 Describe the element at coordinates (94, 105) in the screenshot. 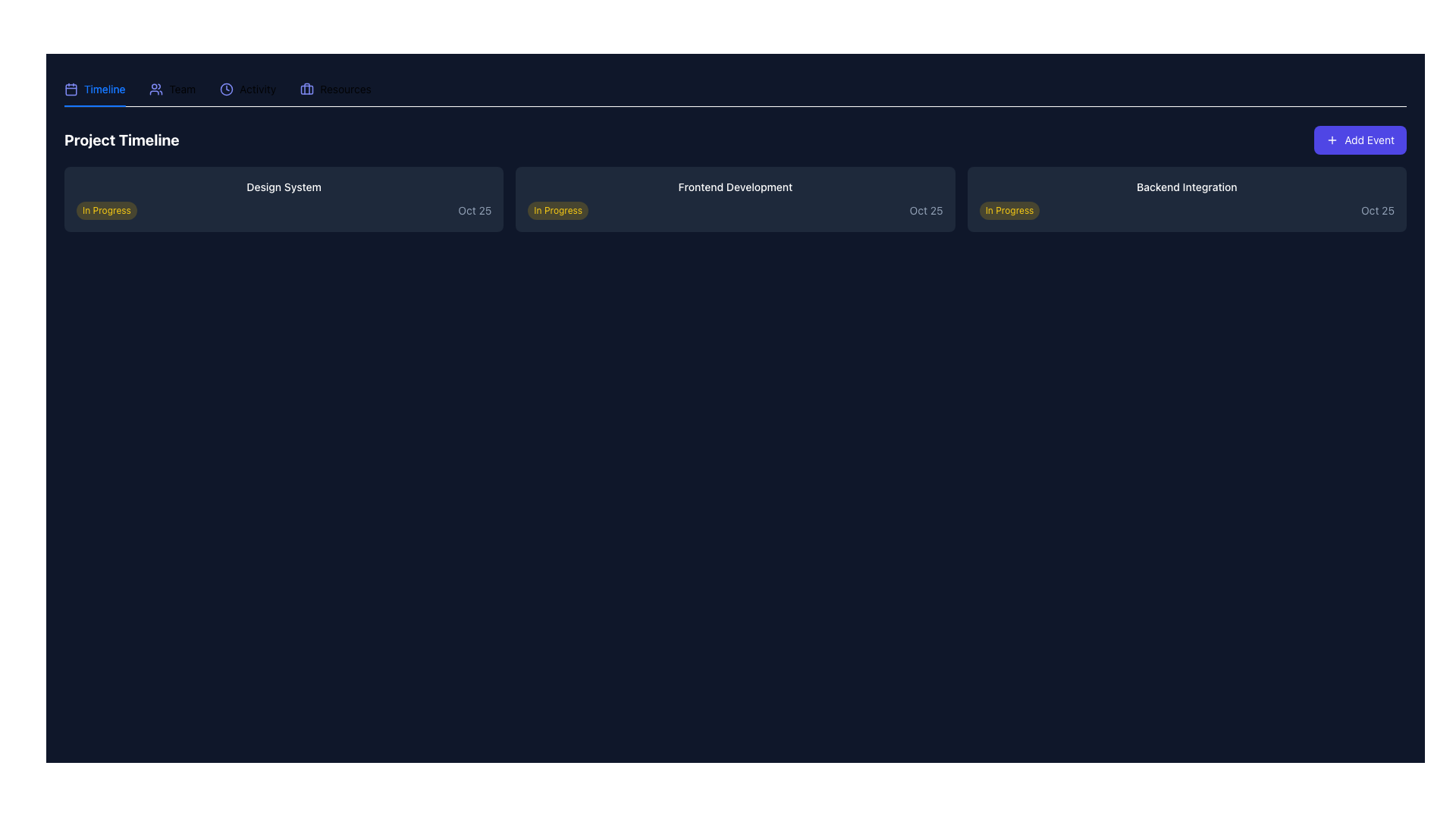

I see `the Tab indicator bar located at the bottom edge of the 'Timeline' tab, which visually highlights the active tab in the navigation bar` at that location.